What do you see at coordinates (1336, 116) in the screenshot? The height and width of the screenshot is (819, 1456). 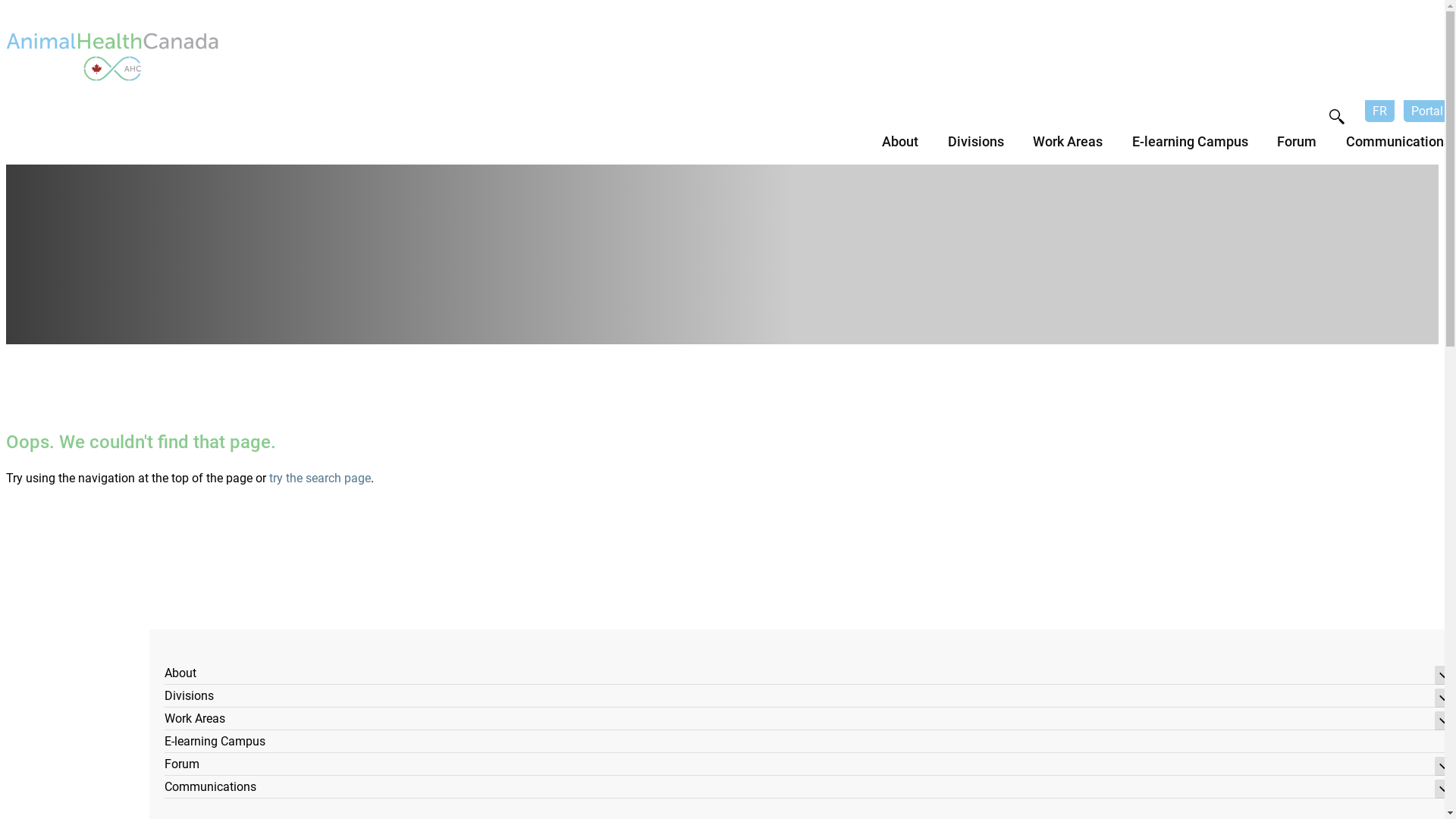 I see `'search'` at bounding box center [1336, 116].